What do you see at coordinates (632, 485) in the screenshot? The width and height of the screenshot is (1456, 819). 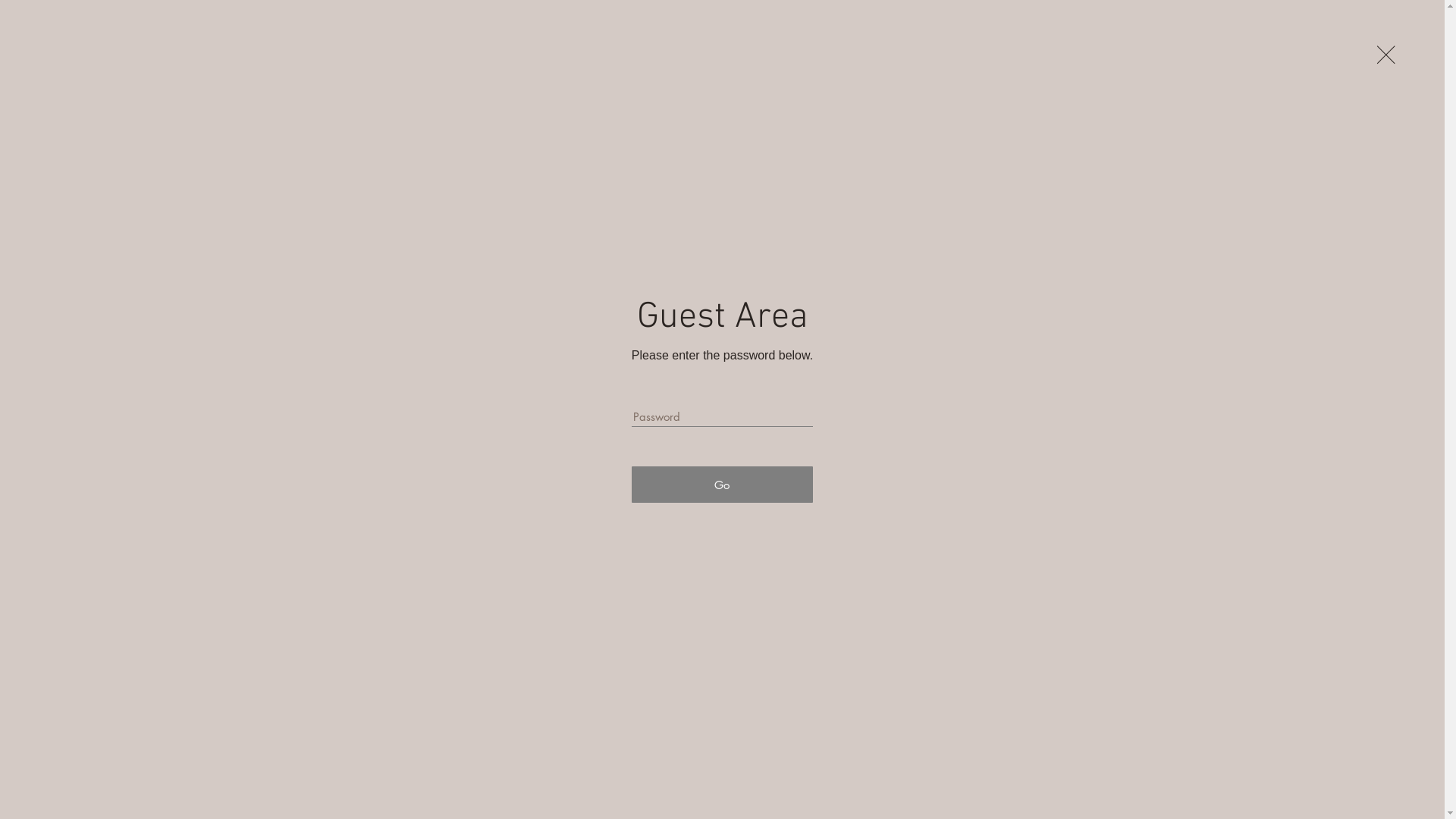 I see `'Go'` at bounding box center [632, 485].